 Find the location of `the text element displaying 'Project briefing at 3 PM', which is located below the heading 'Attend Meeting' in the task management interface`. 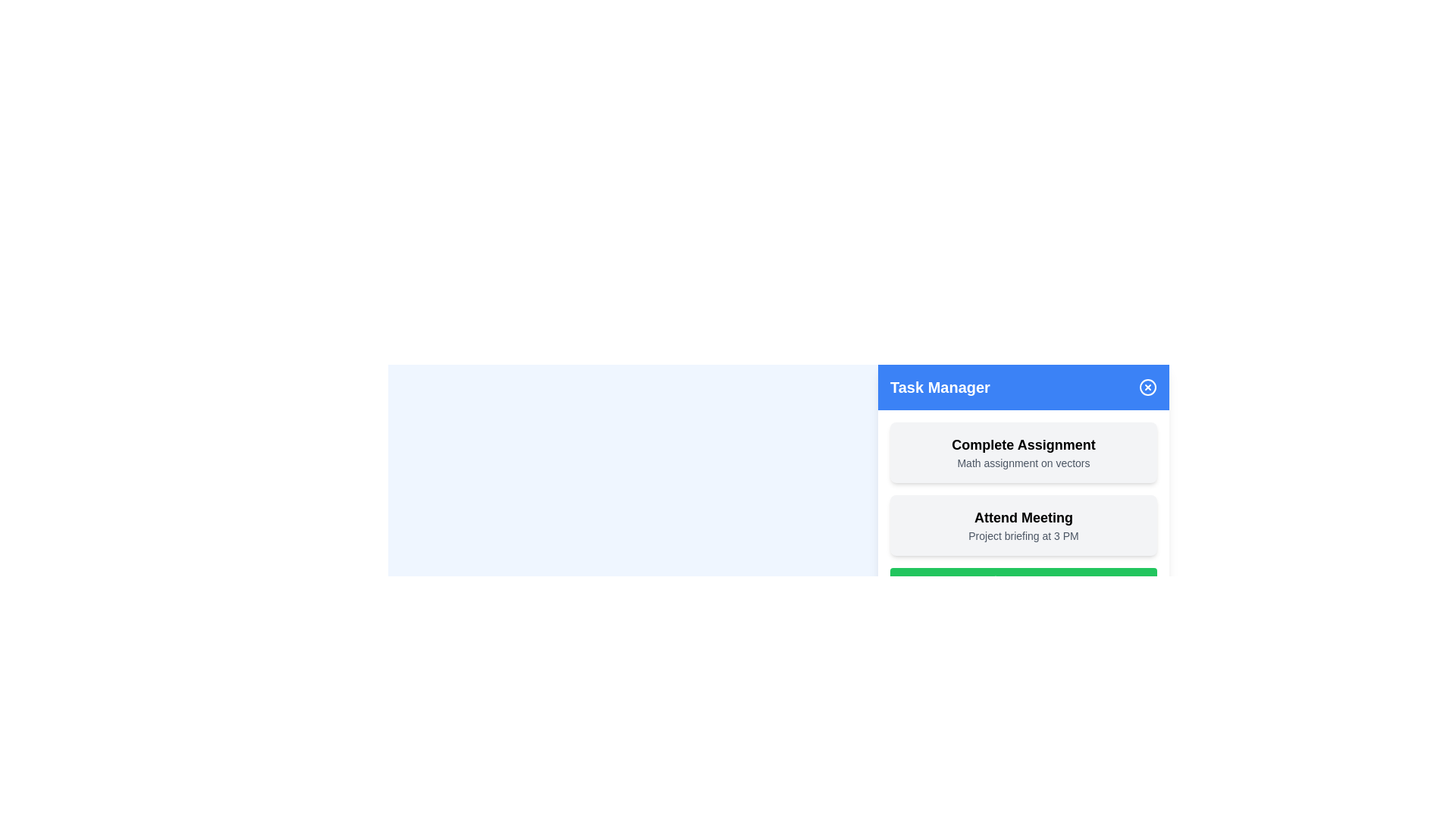

the text element displaying 'Project briefing at 3 PM', which is located below the heading 'Attend Meeting' in the task management interface is located at coordinates (1023, 535).